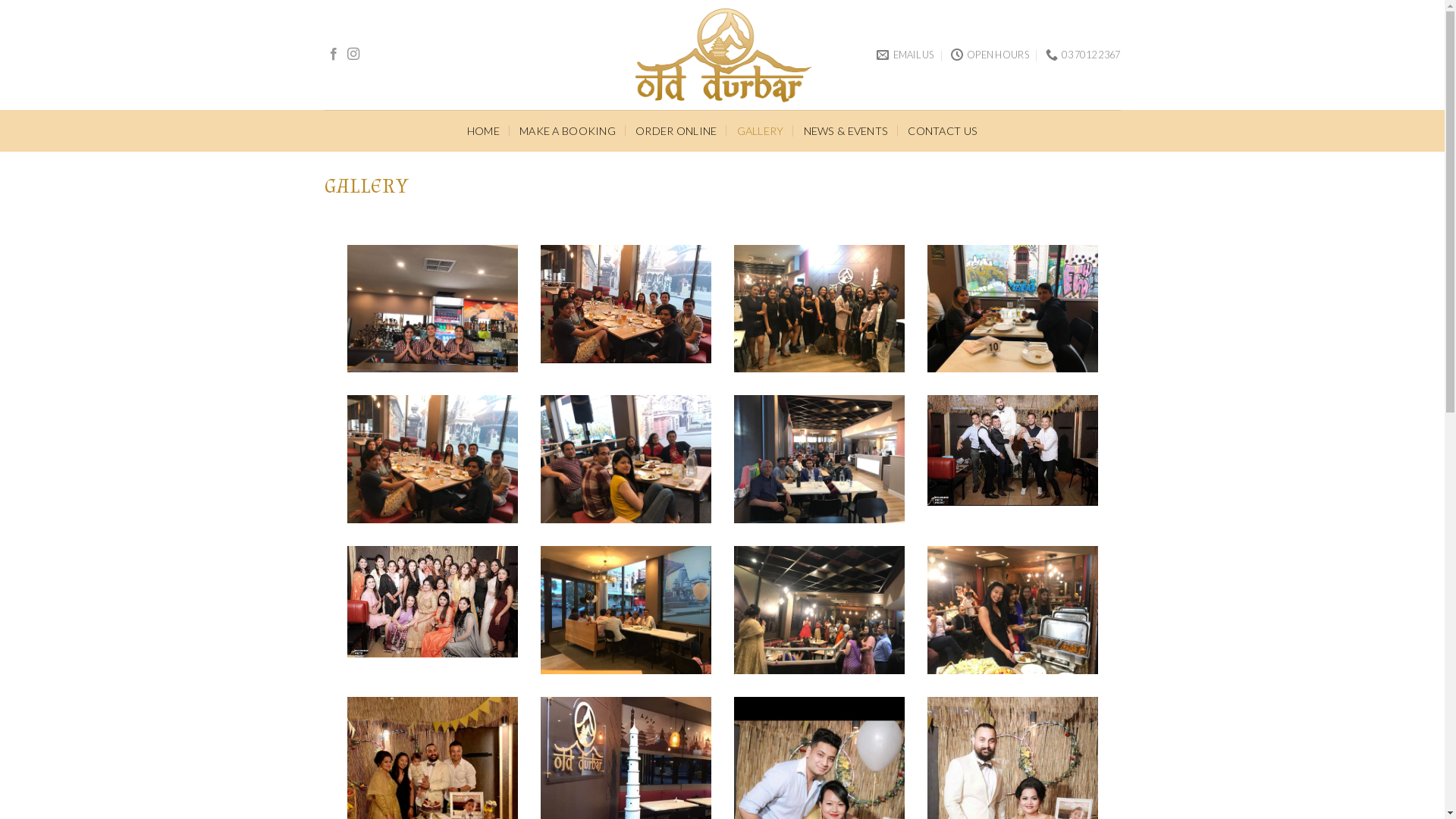 Image resolution: width=1456 pixels, height=819 pixels. Describe the element at coordinates (327, 54) in the screenshot. I see `'Follow on Facebook'` at that location.